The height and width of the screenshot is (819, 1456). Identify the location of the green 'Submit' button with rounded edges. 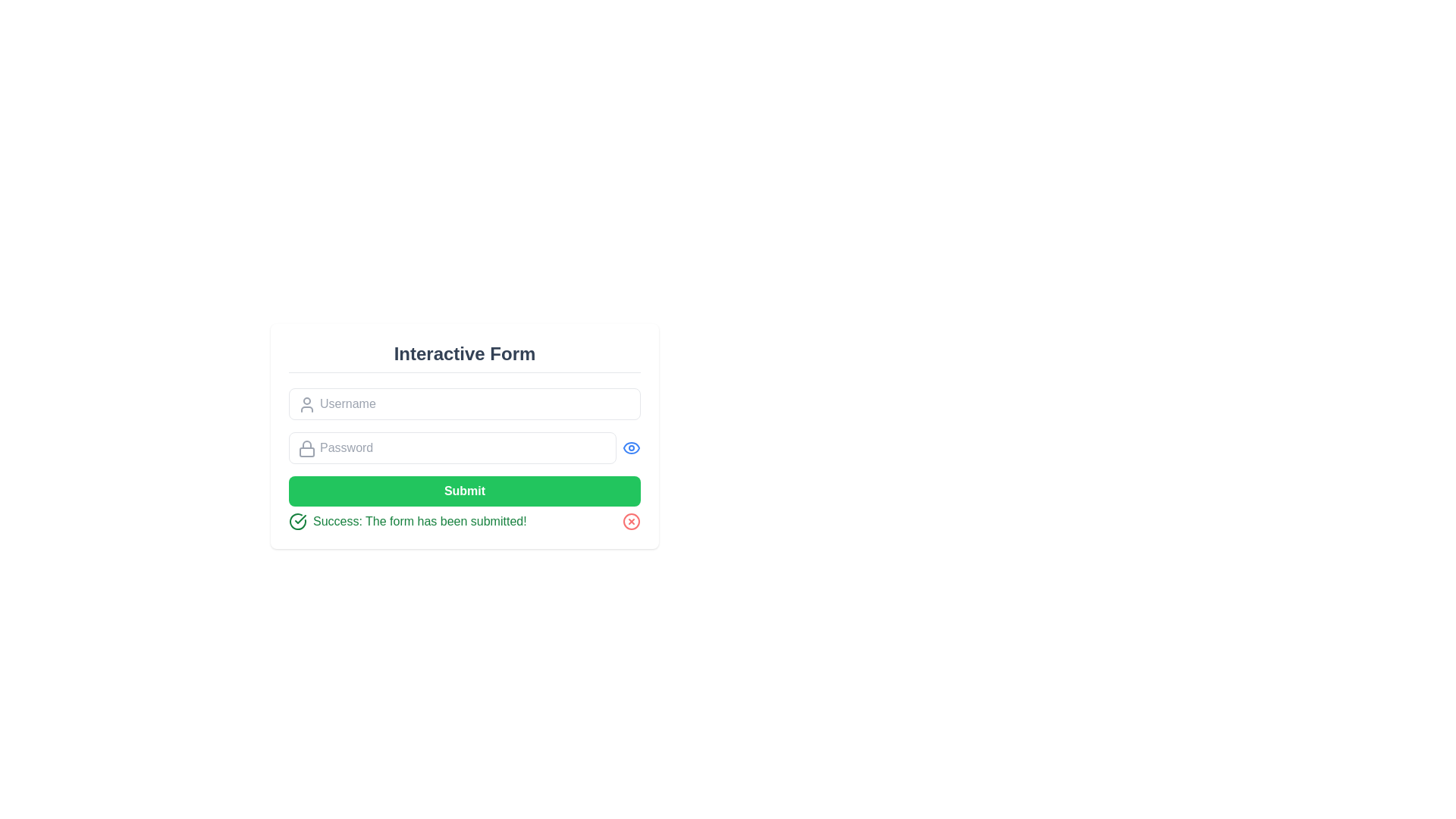
(464, 489).